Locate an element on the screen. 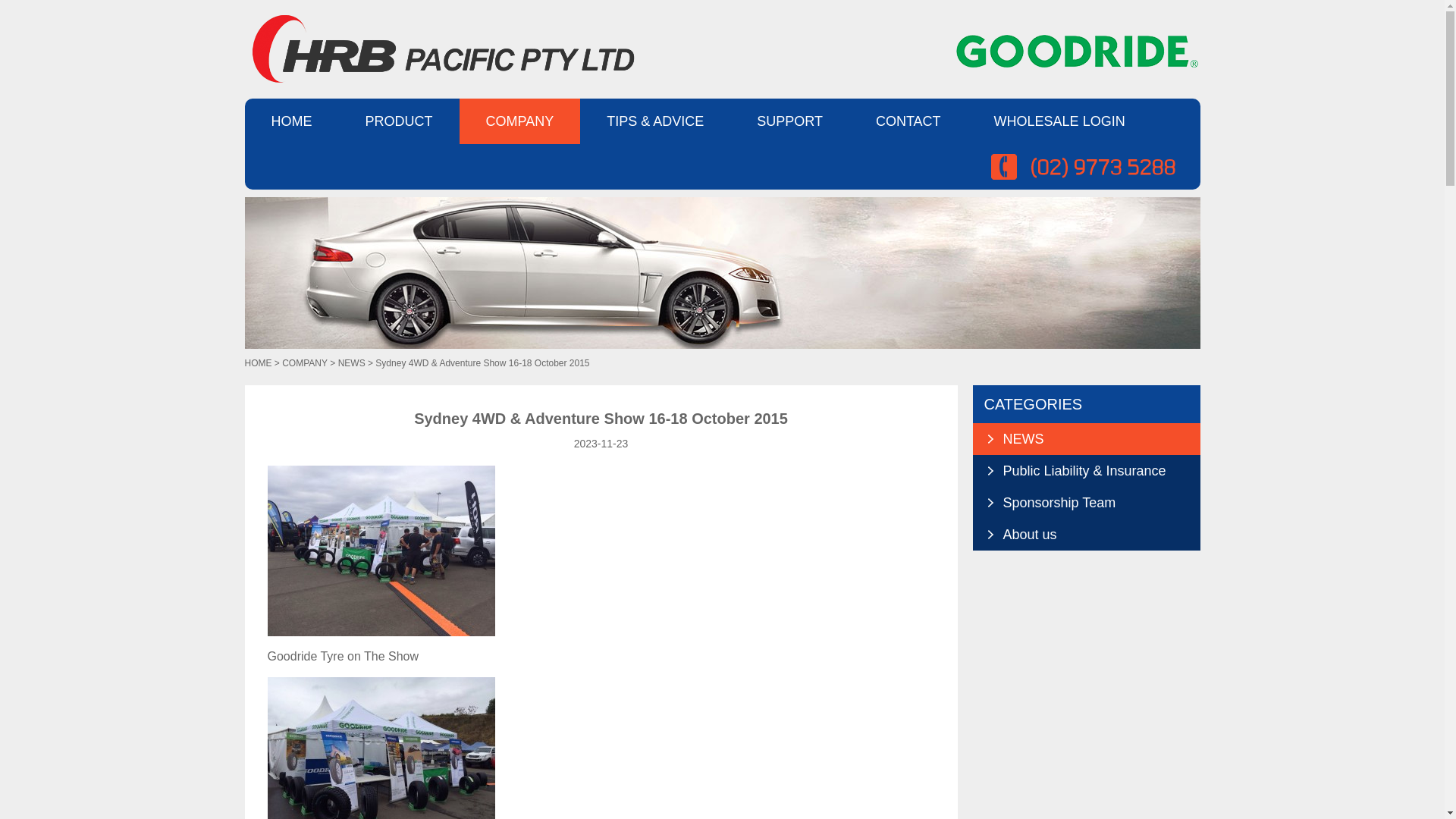  'Public Liability & Insurance' is located at coordinates (1084, 470).